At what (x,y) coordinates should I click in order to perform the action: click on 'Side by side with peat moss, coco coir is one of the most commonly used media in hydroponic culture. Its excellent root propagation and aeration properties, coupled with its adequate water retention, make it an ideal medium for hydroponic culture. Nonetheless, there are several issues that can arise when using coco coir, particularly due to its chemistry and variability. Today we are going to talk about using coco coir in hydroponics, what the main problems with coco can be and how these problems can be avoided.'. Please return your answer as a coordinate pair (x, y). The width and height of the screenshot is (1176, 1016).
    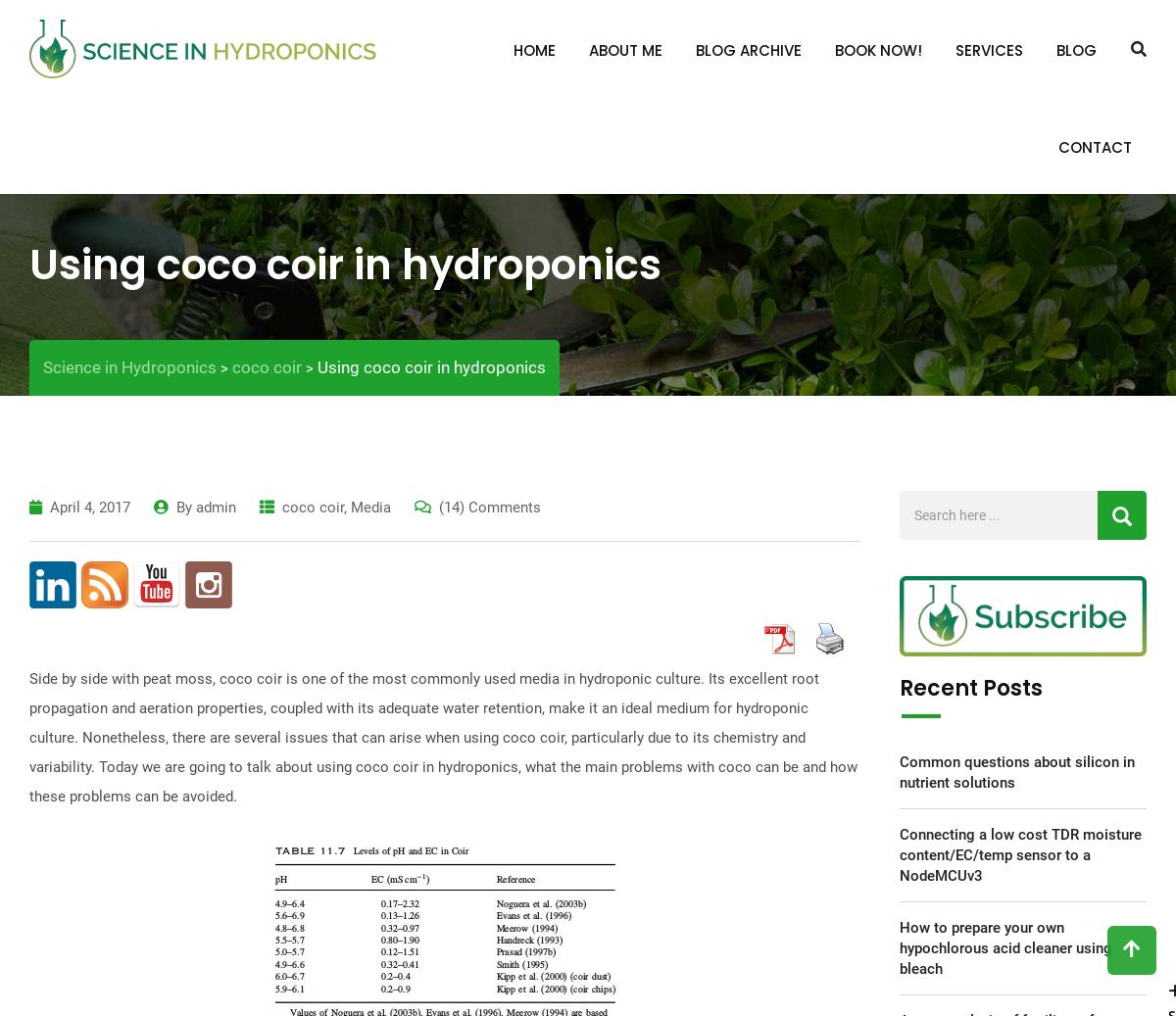
    Looking at the image, I should click on (442, 737).